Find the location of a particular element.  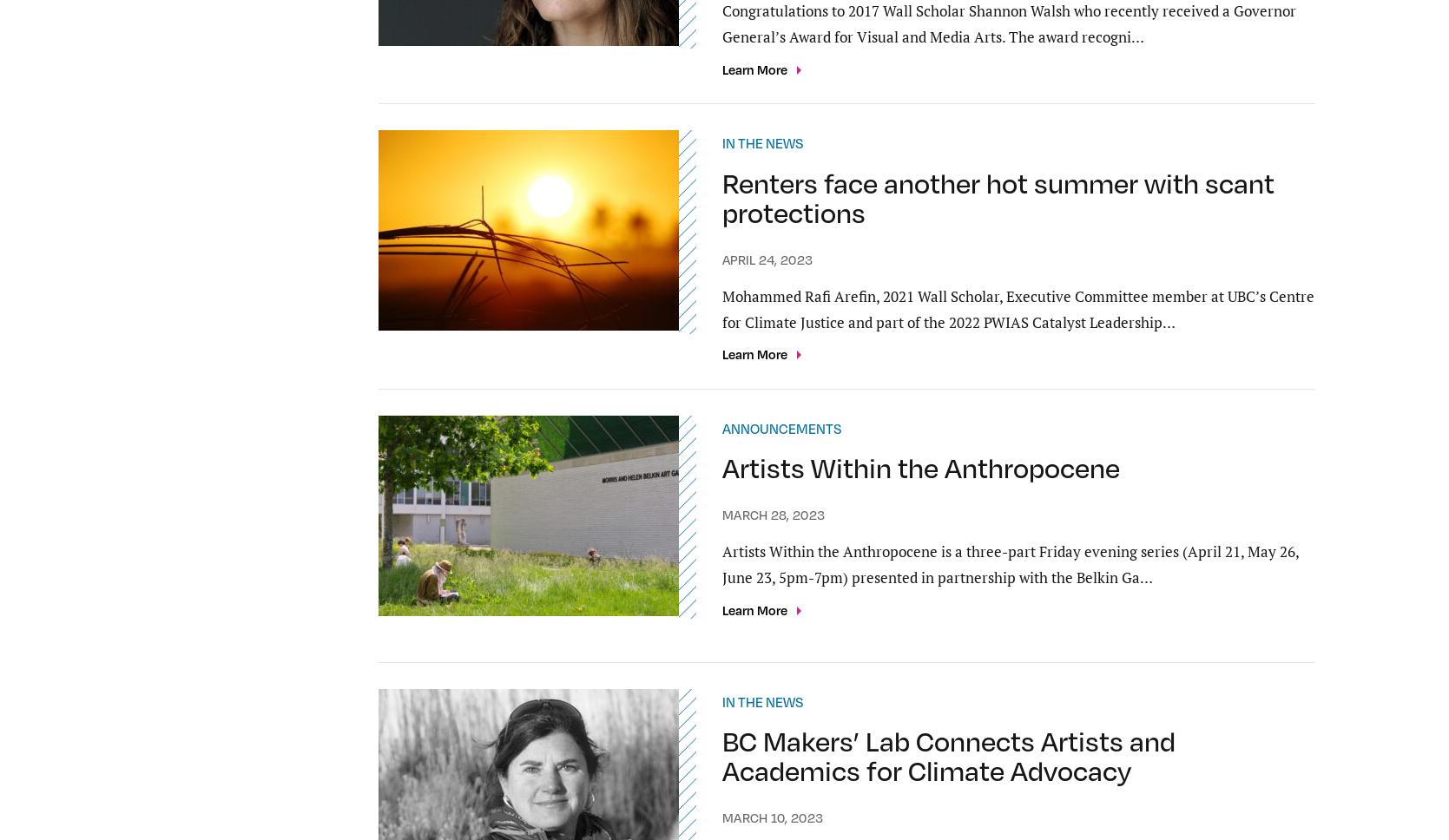

'UBC Sites' is located at coordinates (961, 747).